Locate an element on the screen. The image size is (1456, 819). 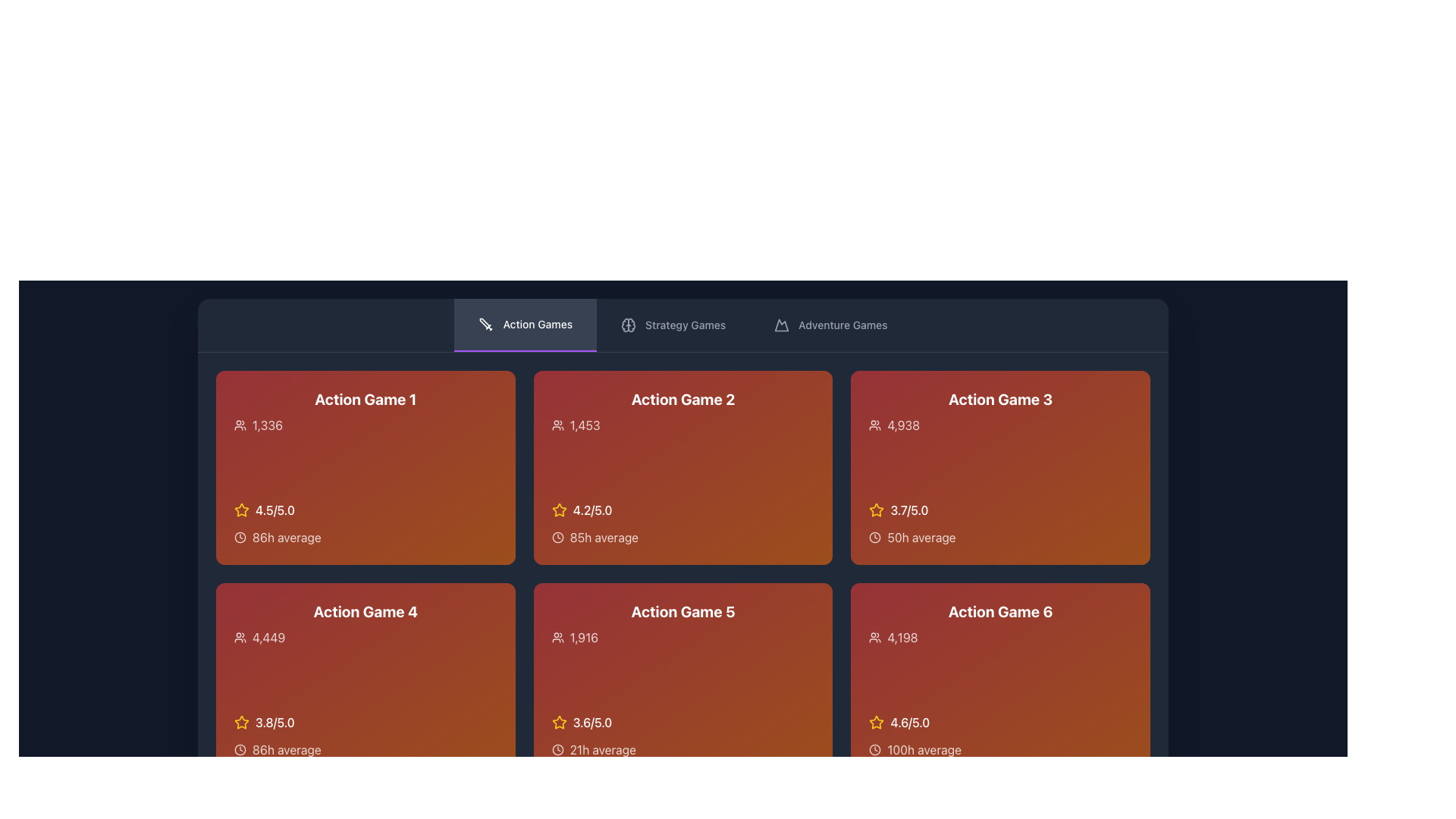
rating value displayed in the information panel of the card labeled 'Action Game 6', located at the bottom center above the line showing '100h average' is located at coordinates (1000, 721).